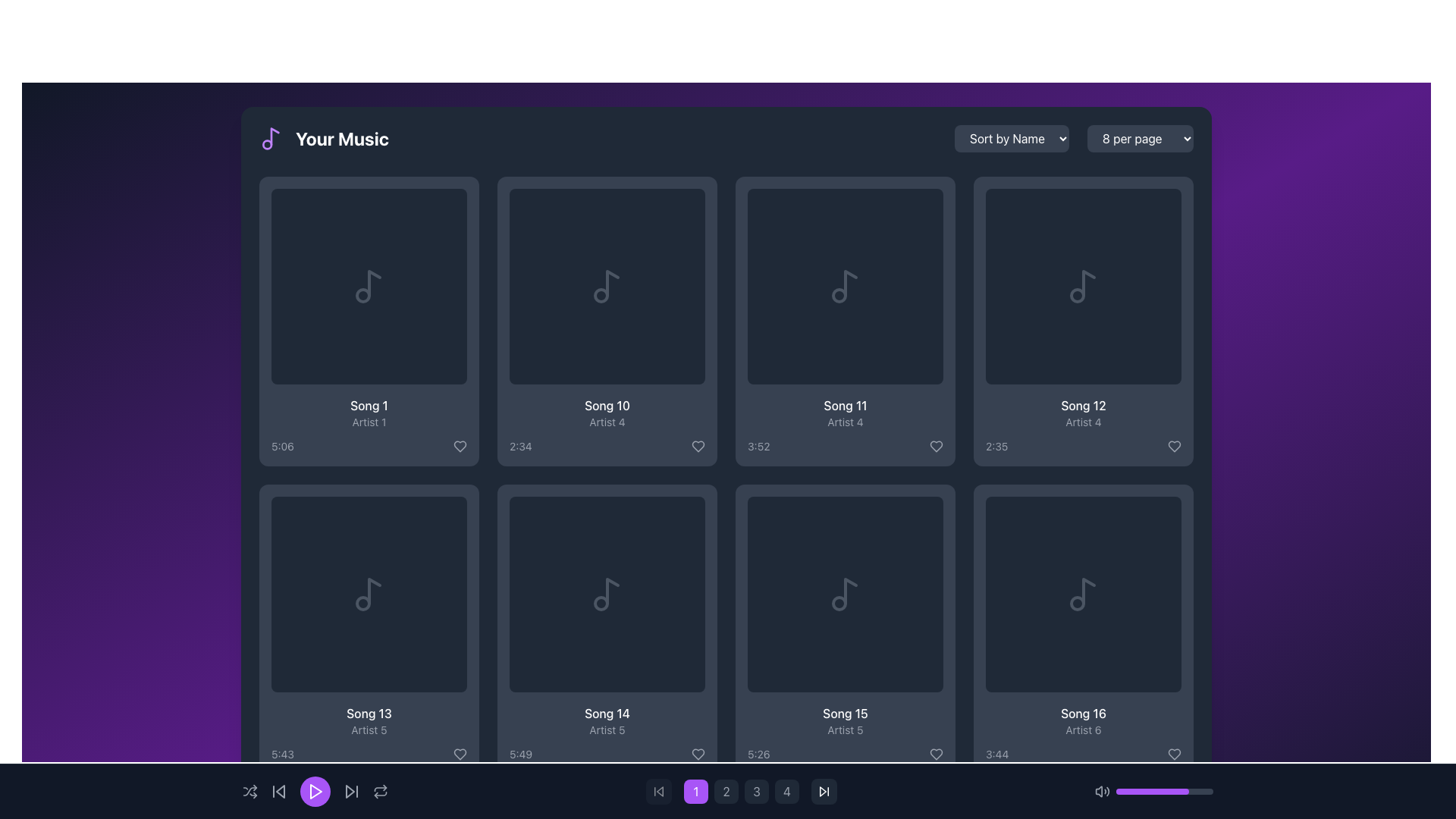  I want to click on the music icon representing 'Song 15' by 'Artist 5', located in the second row and third column of the grid layout, so click(844, 593).